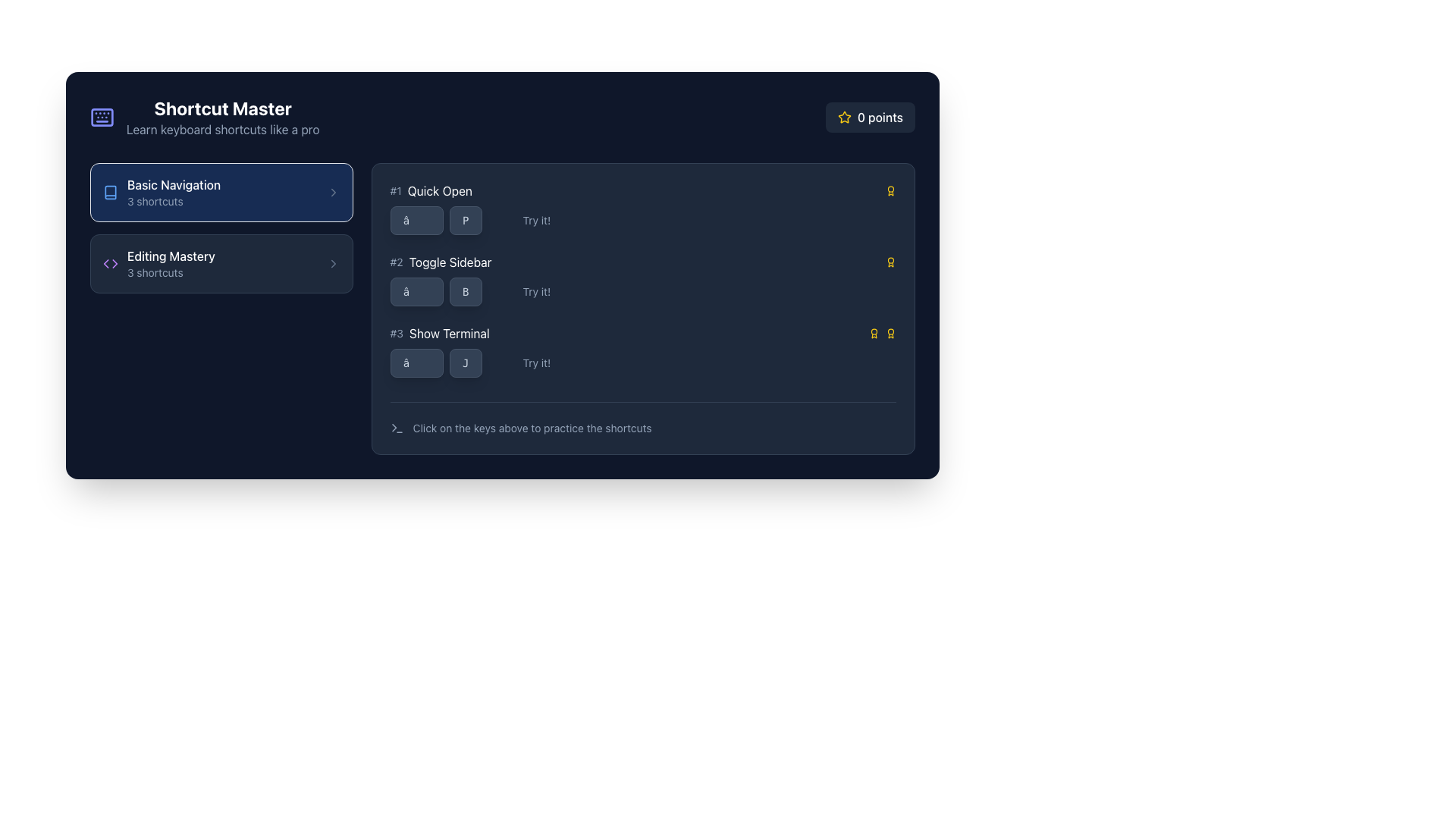 The height and width of the screenshot is (819, 1456). What do you see at coordinates (171, 262) in the screenshot?
I see `the 'Editing Mastery' shortcuts navigational item located in the left panel below the 'Basic Navigation' section` at bounding box center [171, 262].